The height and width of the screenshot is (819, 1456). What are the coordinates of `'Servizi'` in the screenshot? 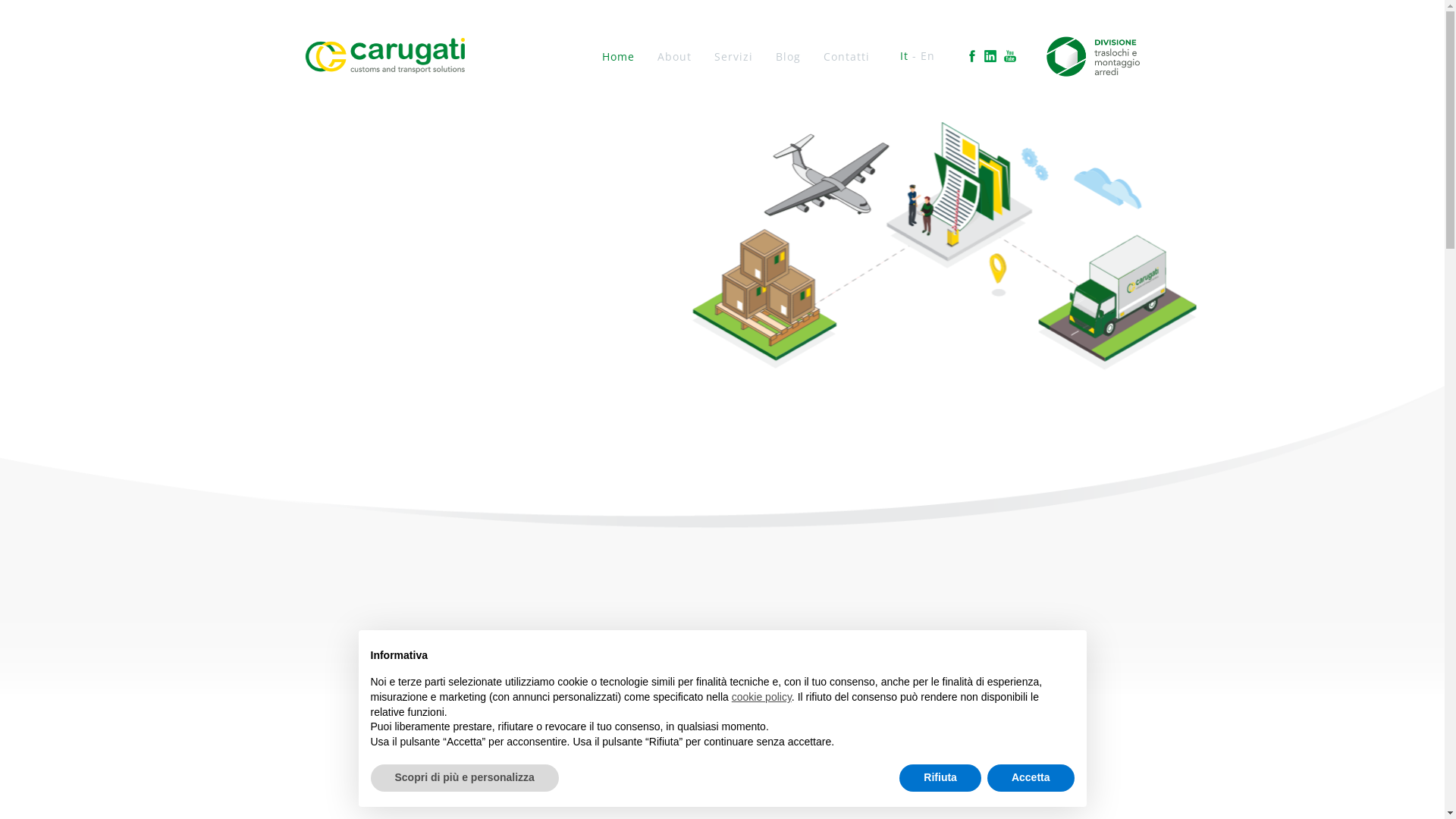 It's located at (733, 55).